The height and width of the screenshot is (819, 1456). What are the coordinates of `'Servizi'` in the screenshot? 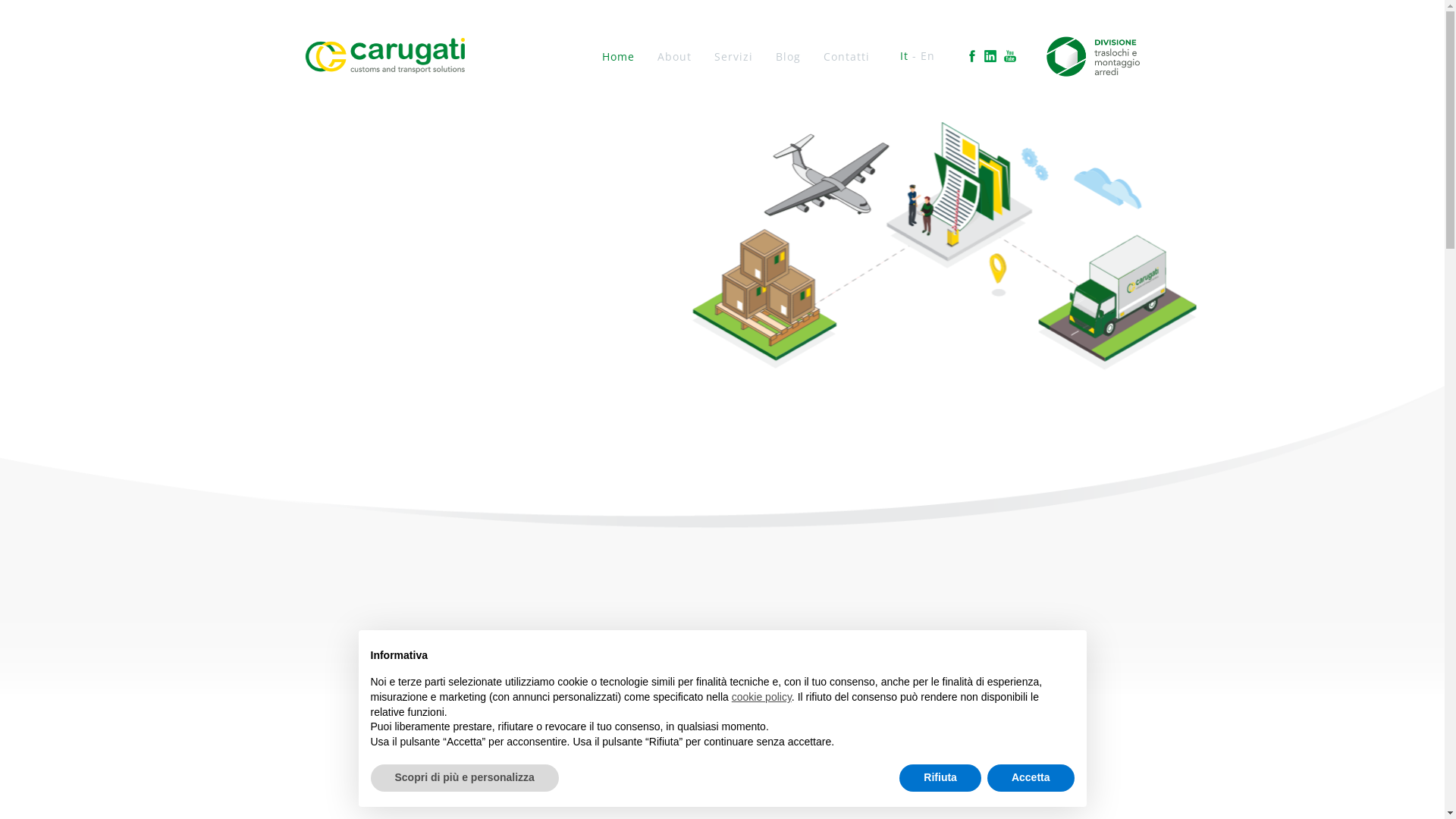 It's located at (733, 55).